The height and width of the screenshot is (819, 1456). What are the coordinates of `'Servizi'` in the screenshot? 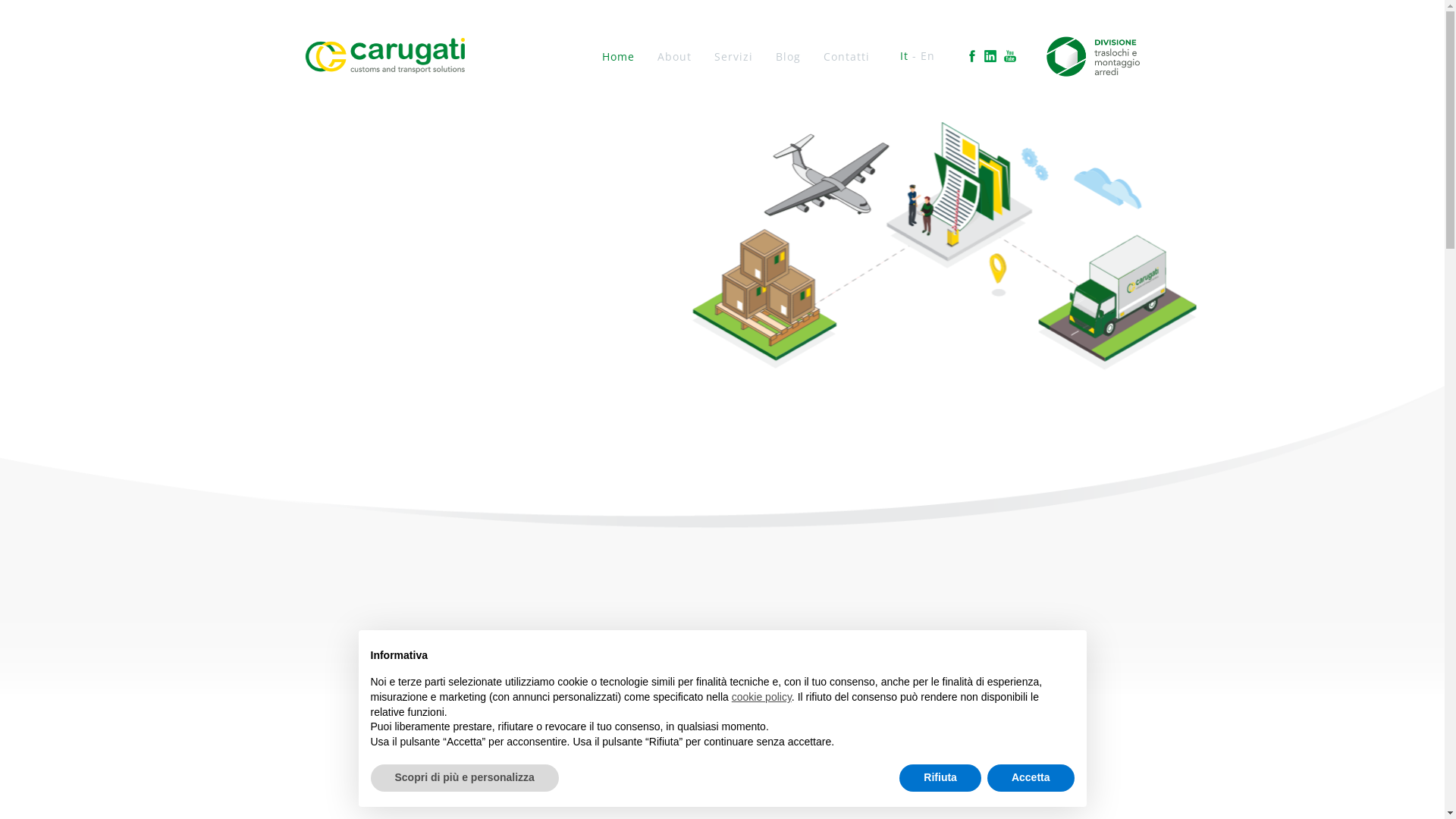 It's located at (733, 55).